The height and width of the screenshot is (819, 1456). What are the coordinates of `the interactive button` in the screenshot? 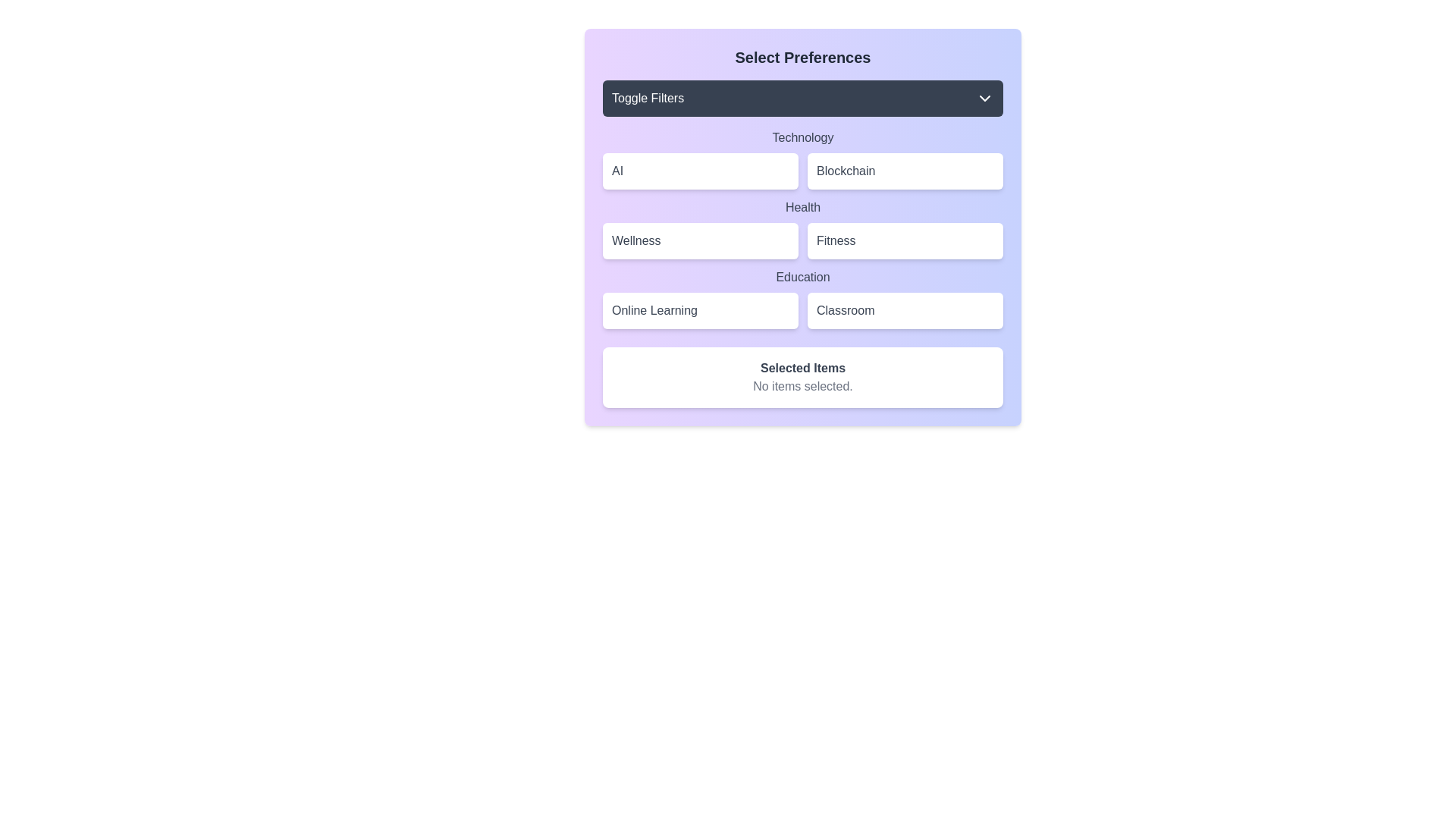 It's located at (802, 227).